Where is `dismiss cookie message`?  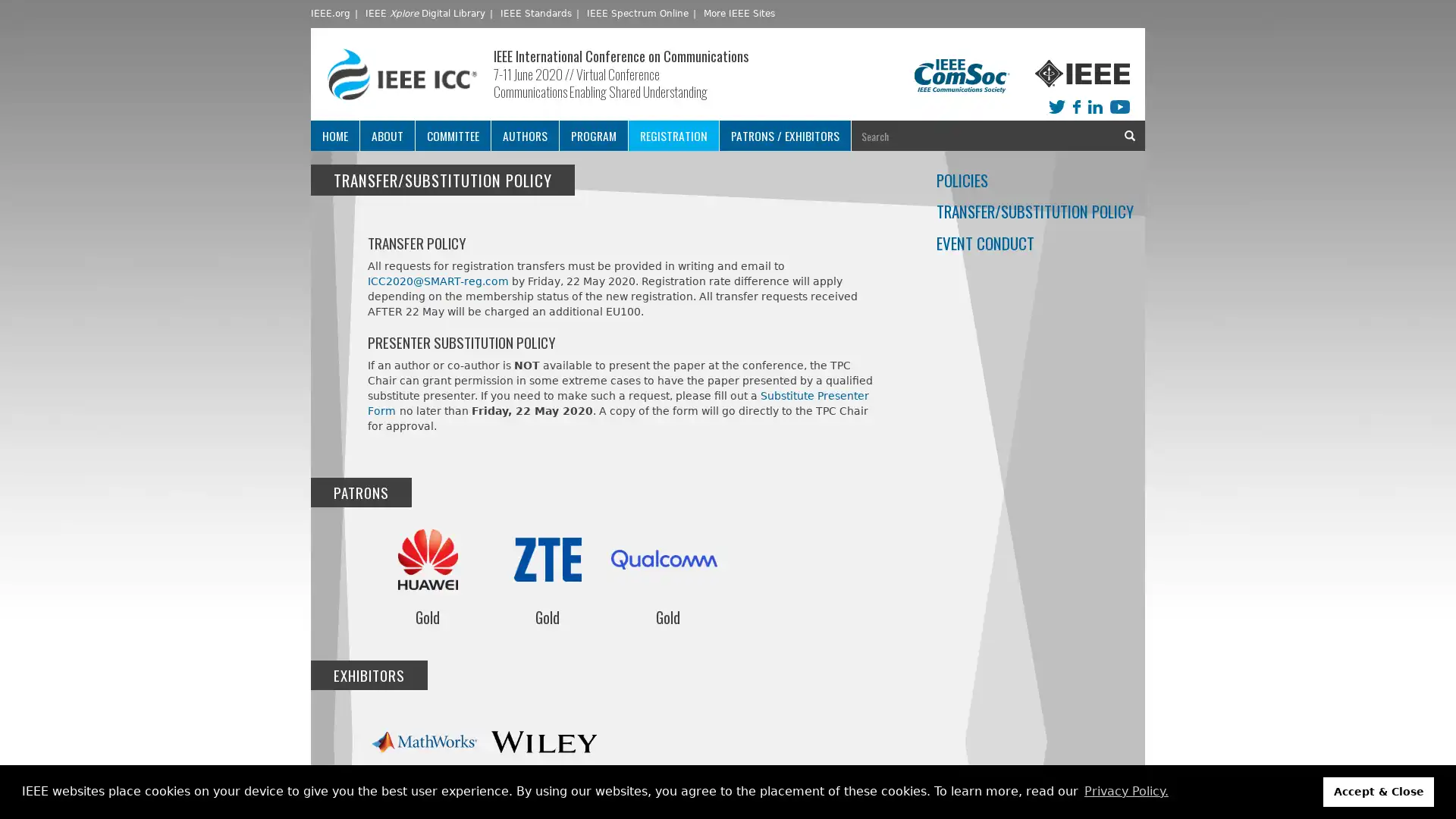 dismiss cookie message is located at coordinates (1379, 791).